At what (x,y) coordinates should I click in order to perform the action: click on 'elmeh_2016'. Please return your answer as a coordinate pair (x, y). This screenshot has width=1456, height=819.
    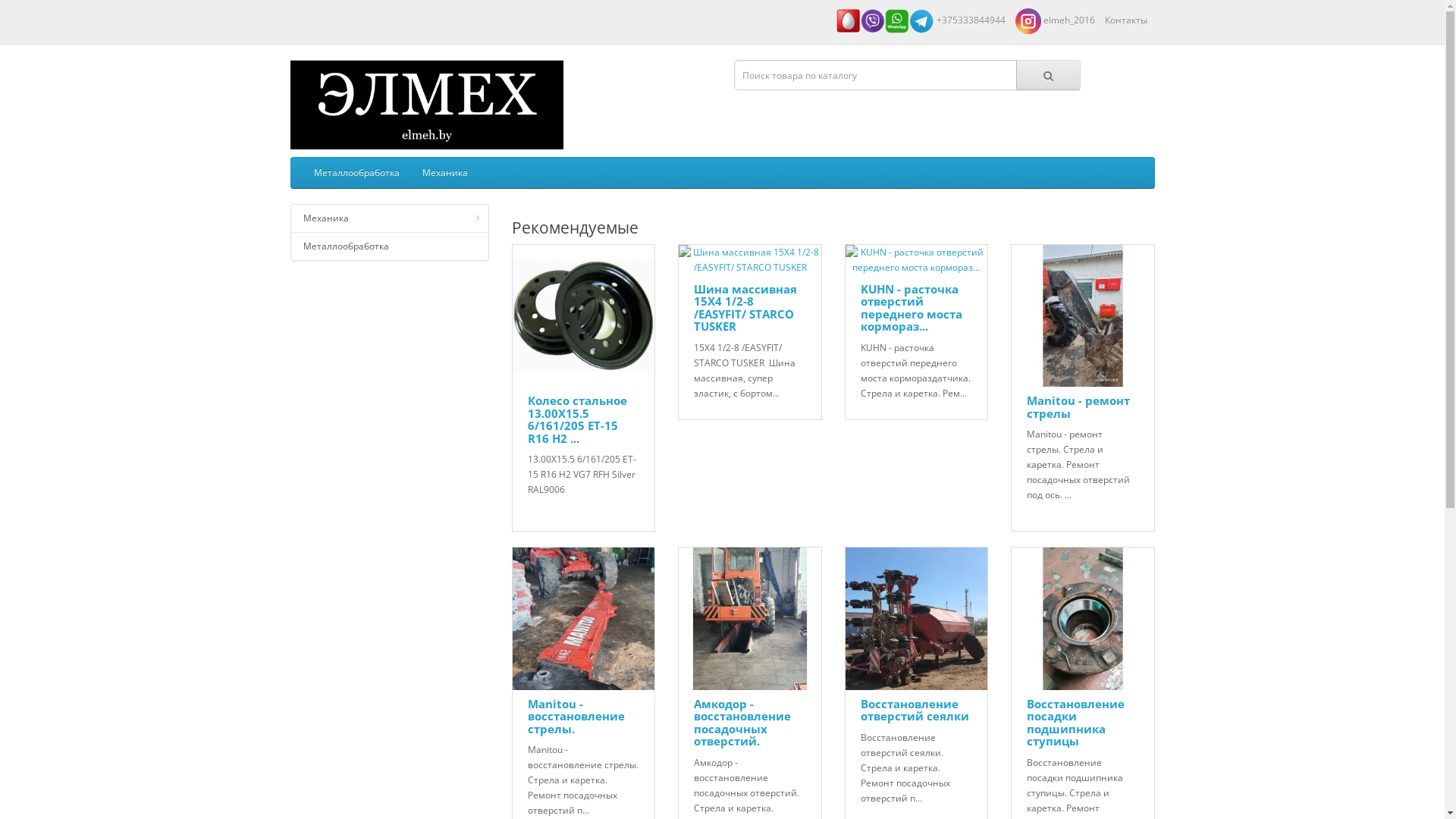
    Looking at the image, I should click on (1053, 20).